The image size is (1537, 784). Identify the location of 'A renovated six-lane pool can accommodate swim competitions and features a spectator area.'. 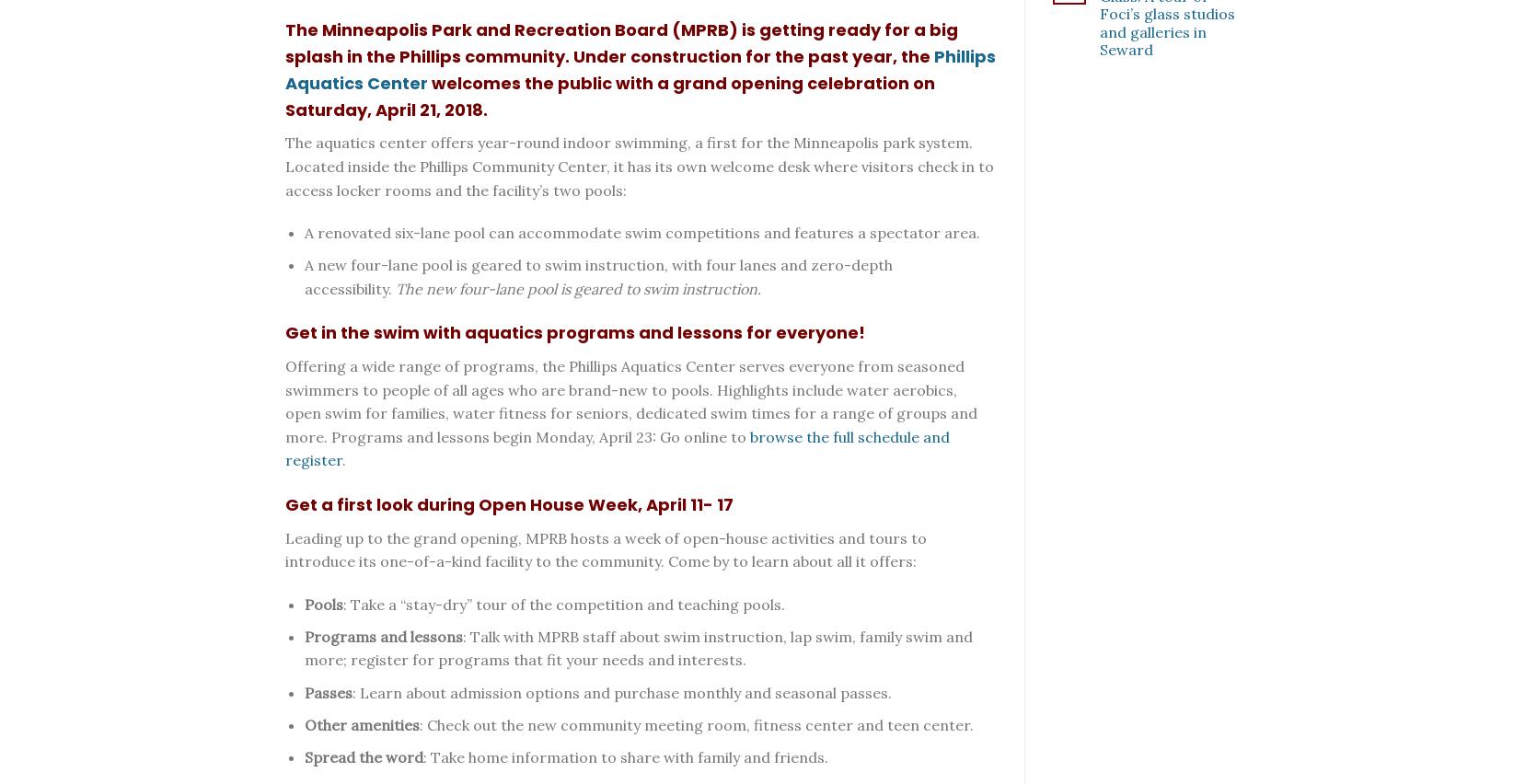
(641, 232).